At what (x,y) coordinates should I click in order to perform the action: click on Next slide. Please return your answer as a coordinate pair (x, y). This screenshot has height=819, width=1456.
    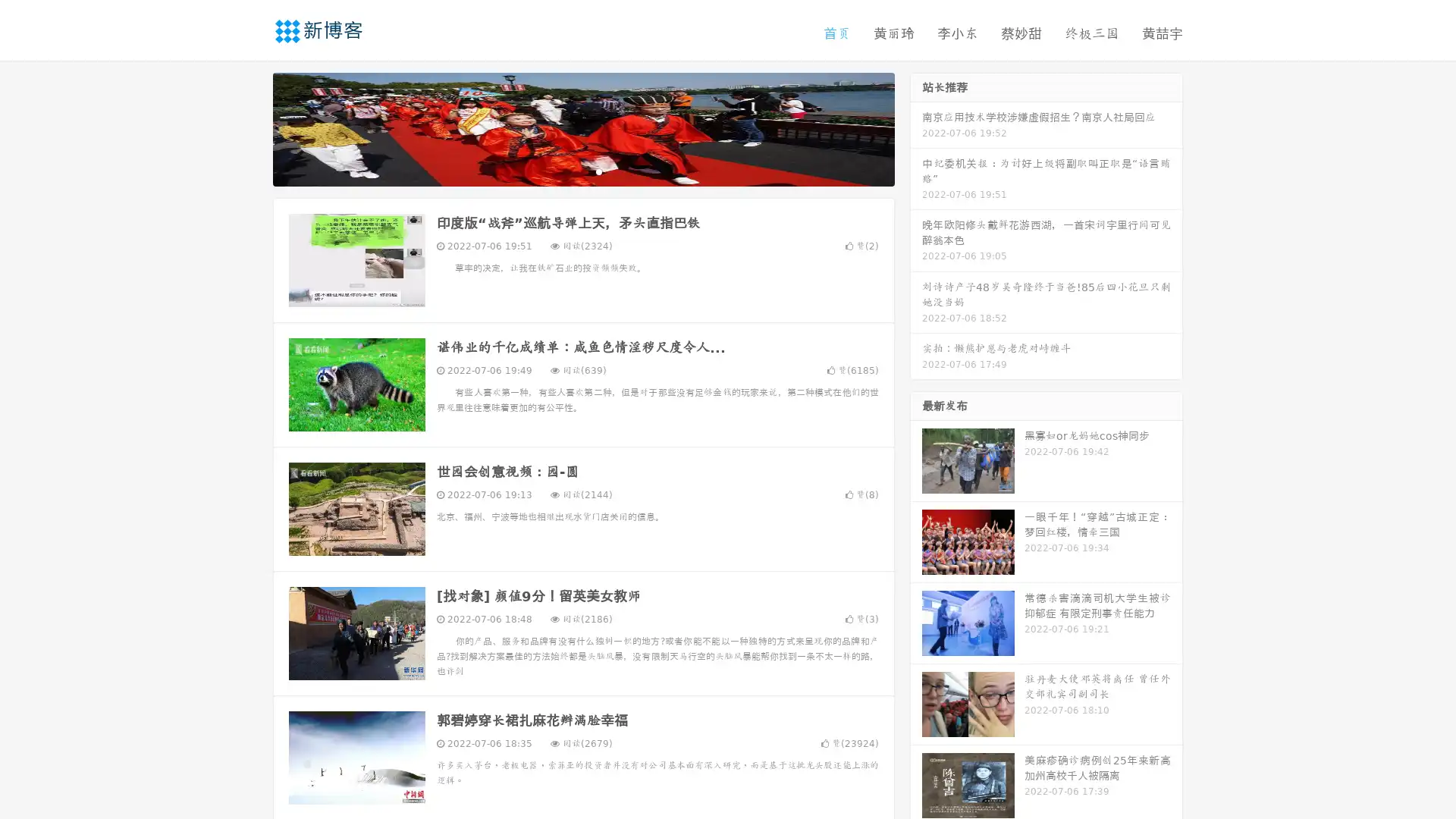
    Looking at the image, I should click on (916, 127).